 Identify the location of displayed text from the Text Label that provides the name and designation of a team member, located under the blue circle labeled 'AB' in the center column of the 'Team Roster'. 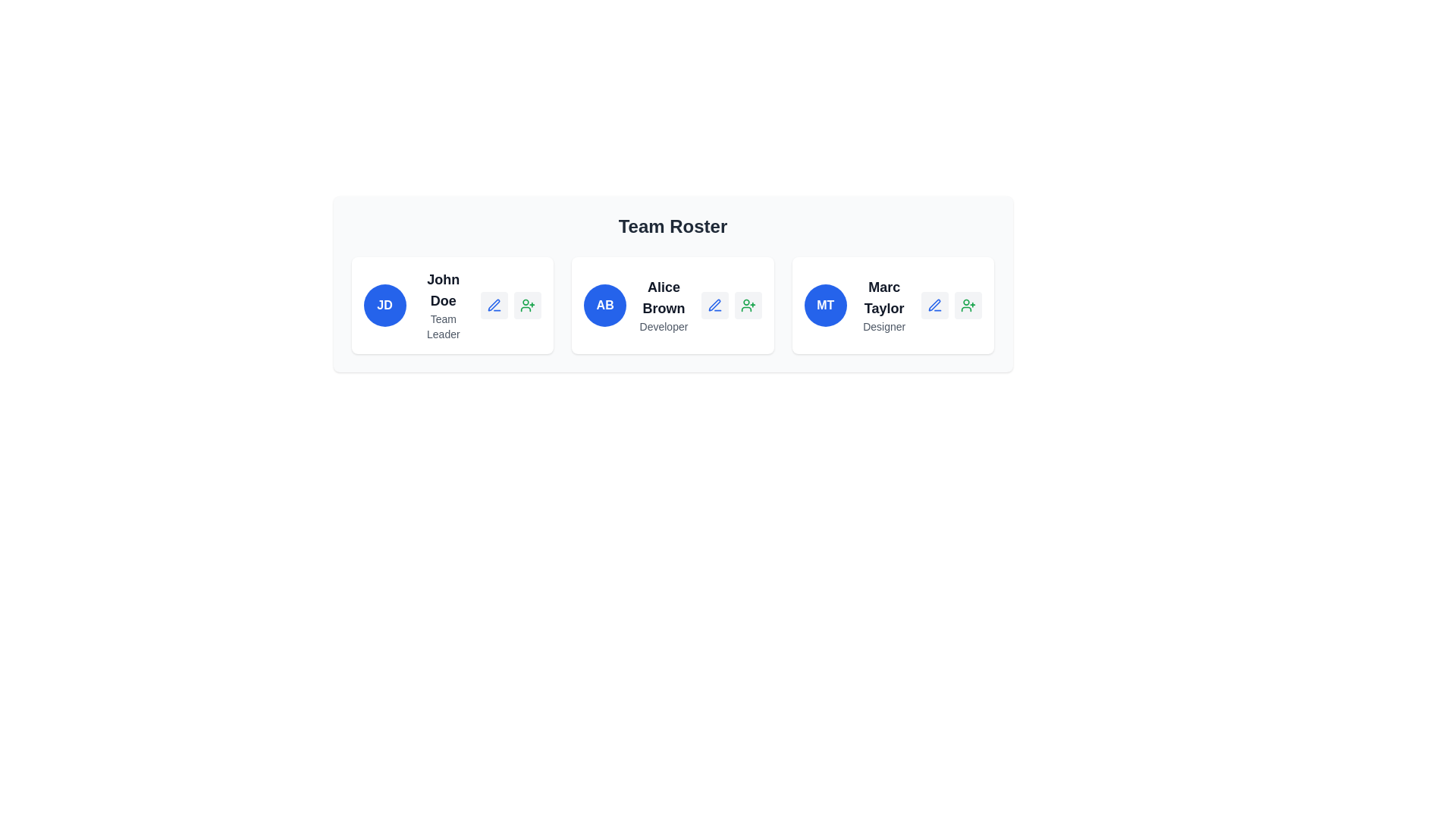
(664, 305).